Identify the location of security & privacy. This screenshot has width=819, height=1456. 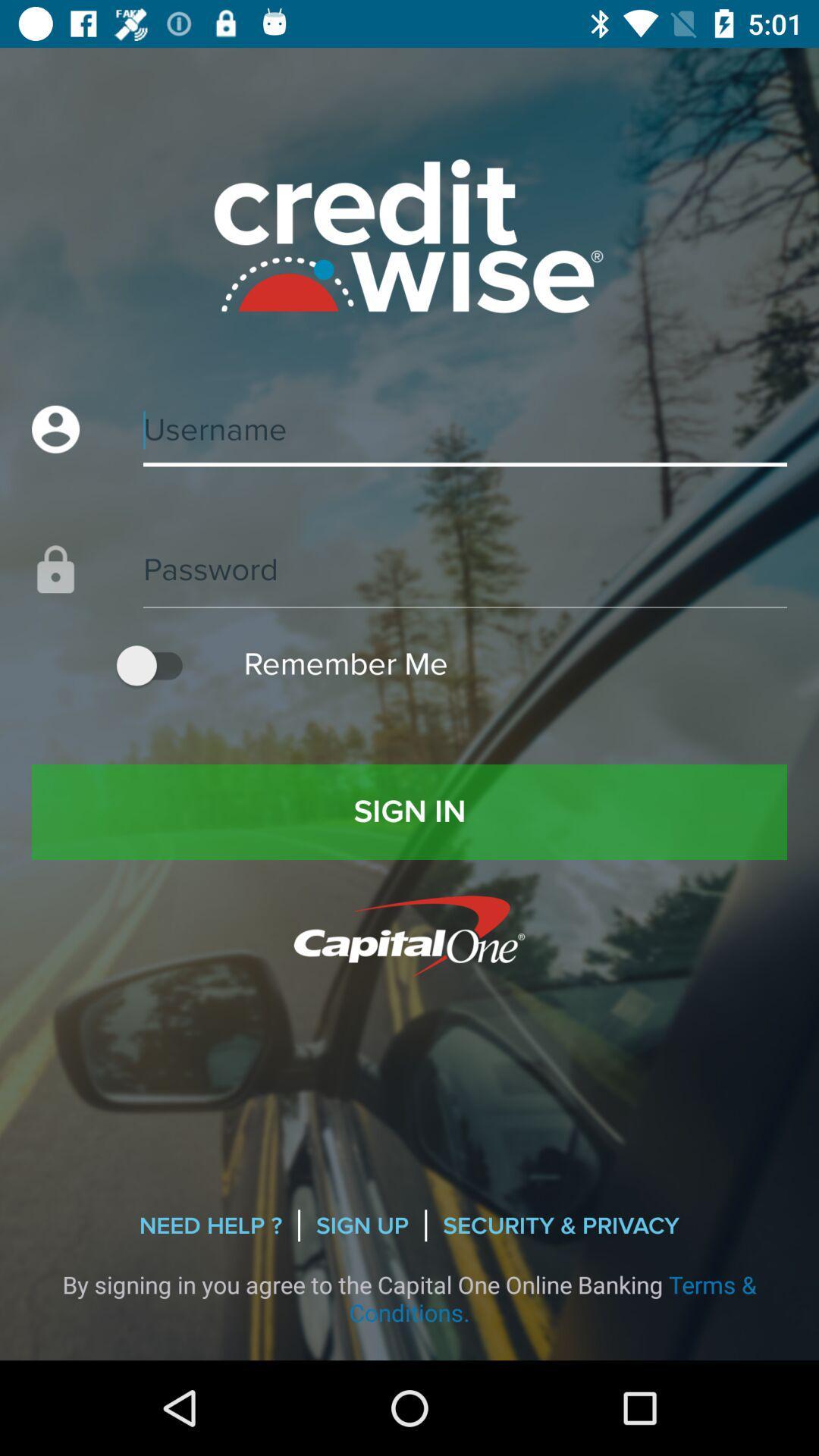
(561, 1225).